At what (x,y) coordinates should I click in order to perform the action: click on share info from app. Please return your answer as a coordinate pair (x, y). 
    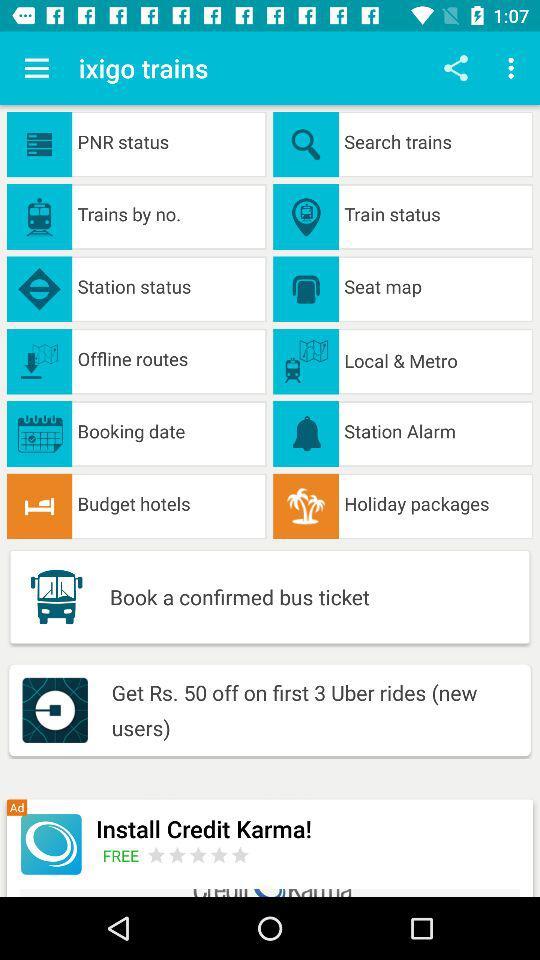
    Looking at the image, I should click on (455, 68).